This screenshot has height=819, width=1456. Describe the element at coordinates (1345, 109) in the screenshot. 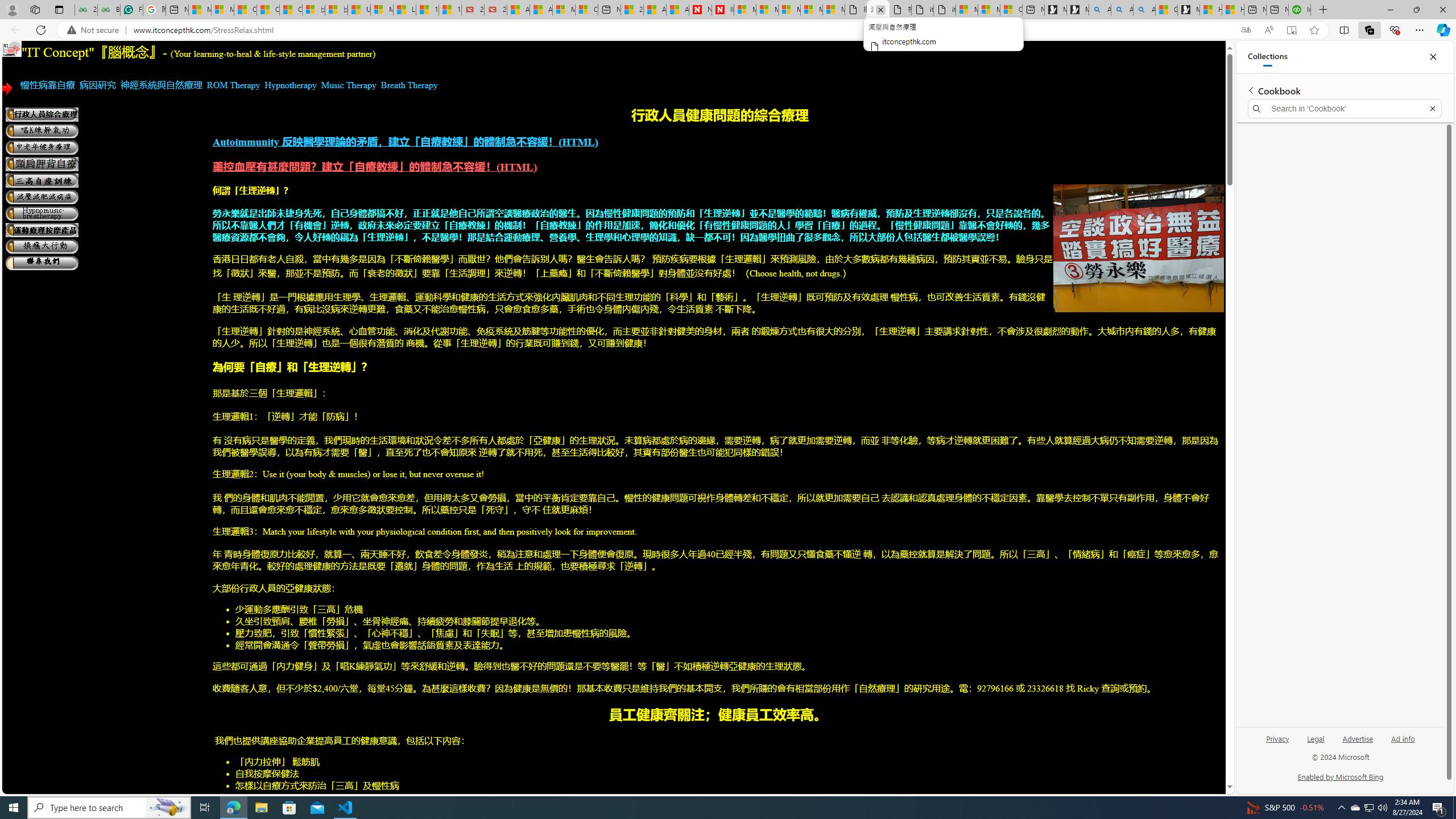

I see `'Search in '` at that location.